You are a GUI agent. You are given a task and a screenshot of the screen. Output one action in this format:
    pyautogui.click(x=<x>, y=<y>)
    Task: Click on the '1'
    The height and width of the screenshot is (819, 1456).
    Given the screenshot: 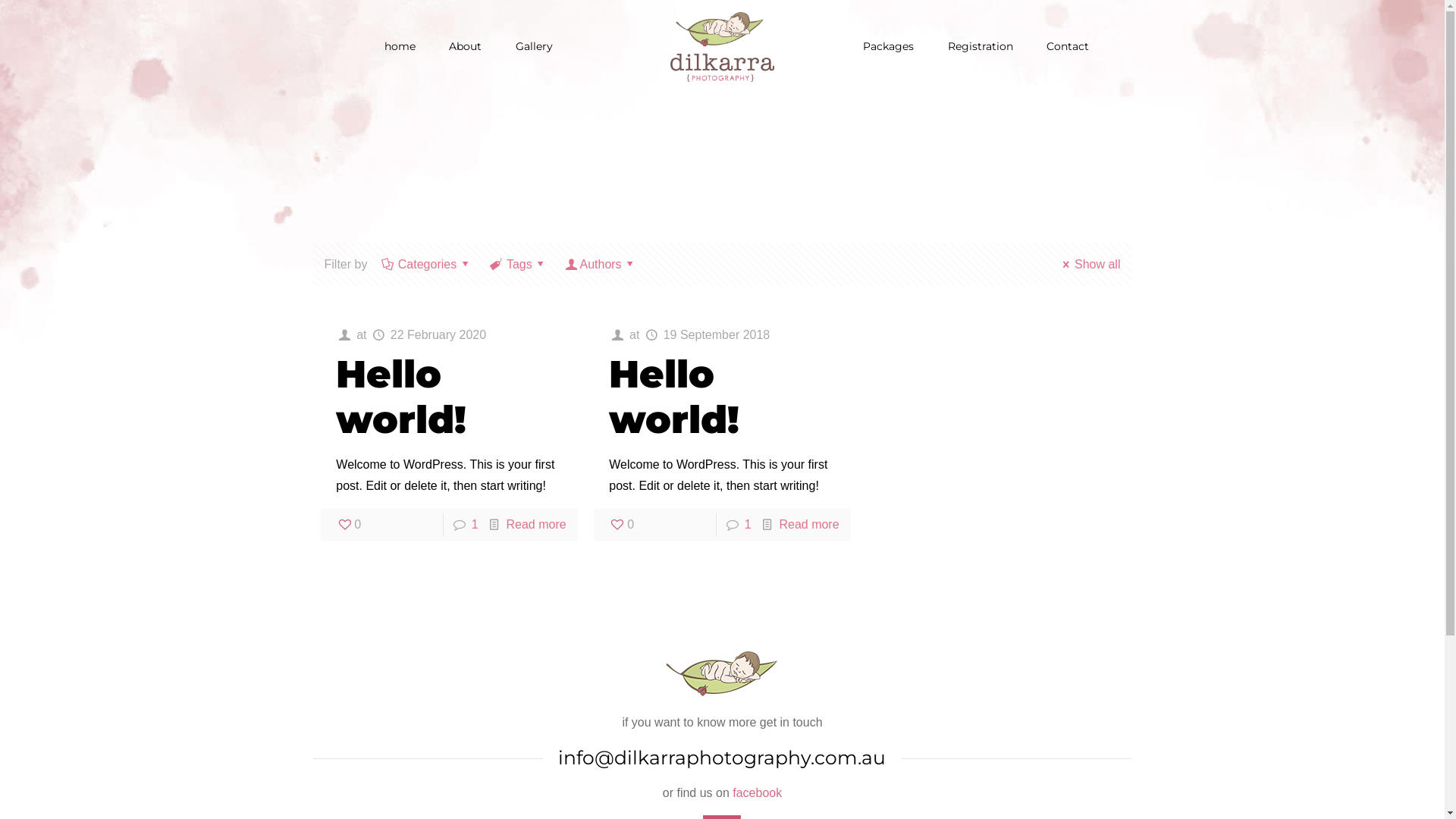 What is the action you would take?
    pyautogui.click(x=474, y=523)
    